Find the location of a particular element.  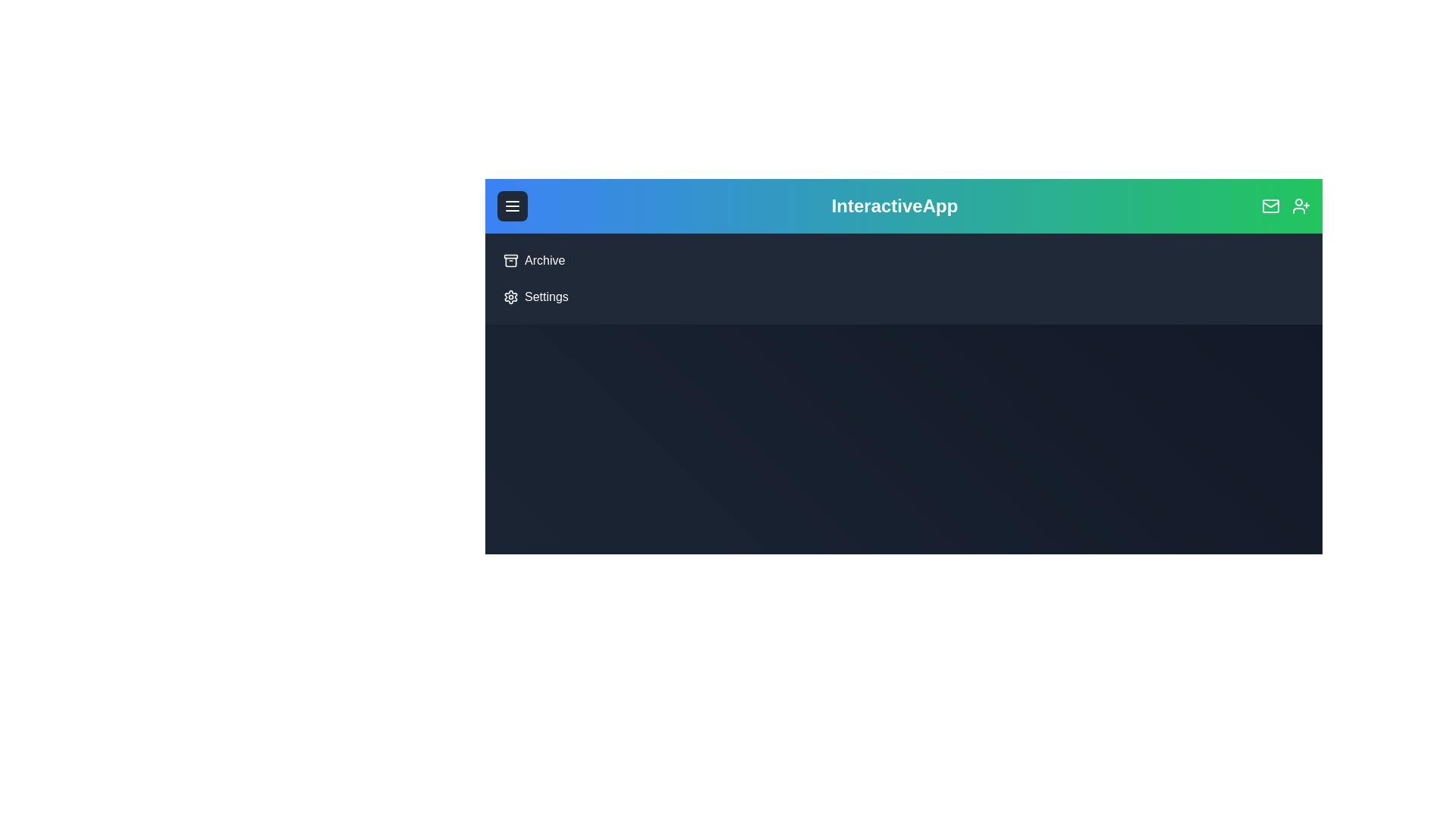

the 'UserPlus' icon to observe the hover effect is located at coordinates (1301, 206).